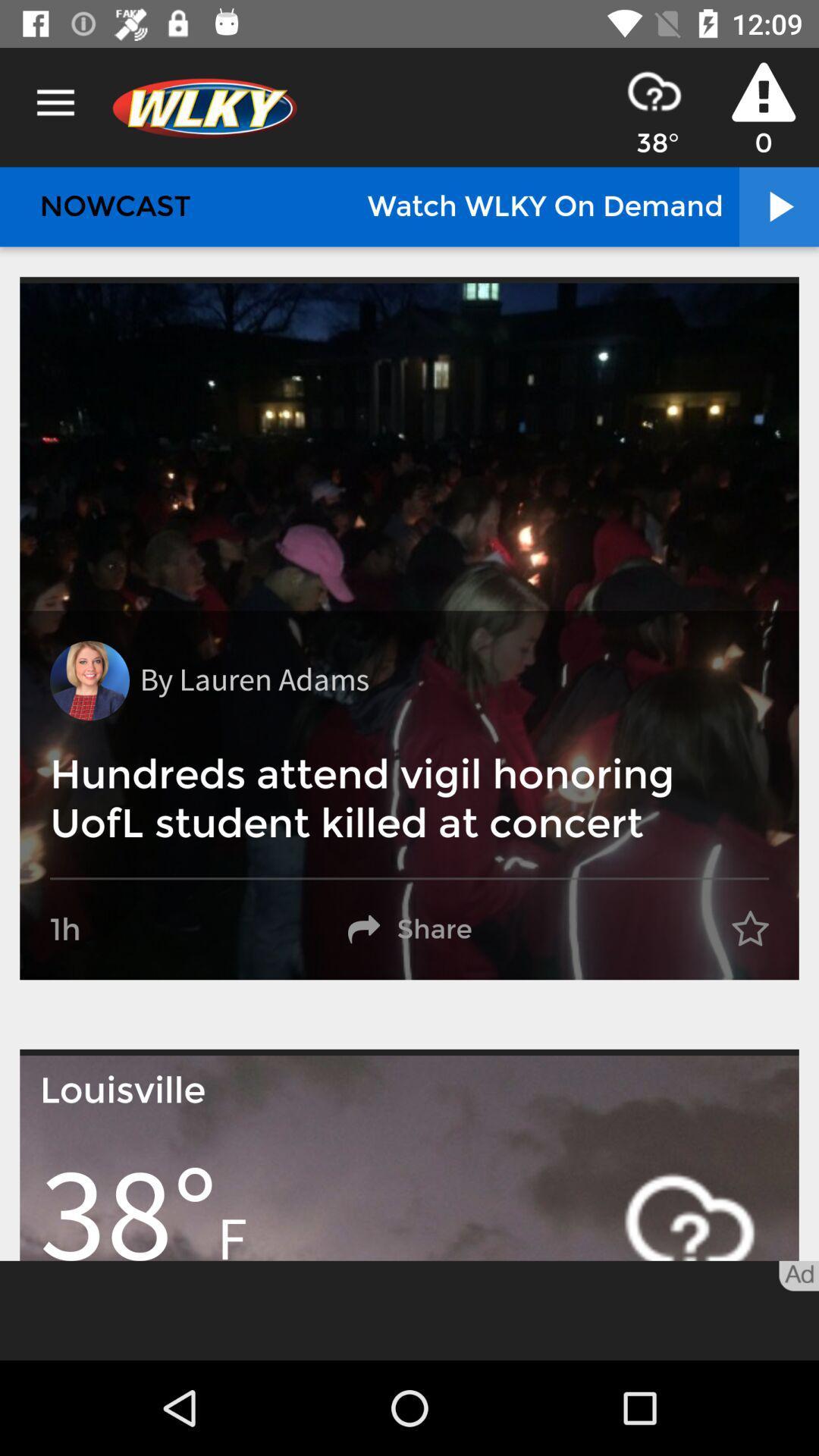 This screenshot has height=1456, width=819. Describe the element at coordinates (253, 679) in the screenshot. I see `the text above hundreds attend text` at that location.